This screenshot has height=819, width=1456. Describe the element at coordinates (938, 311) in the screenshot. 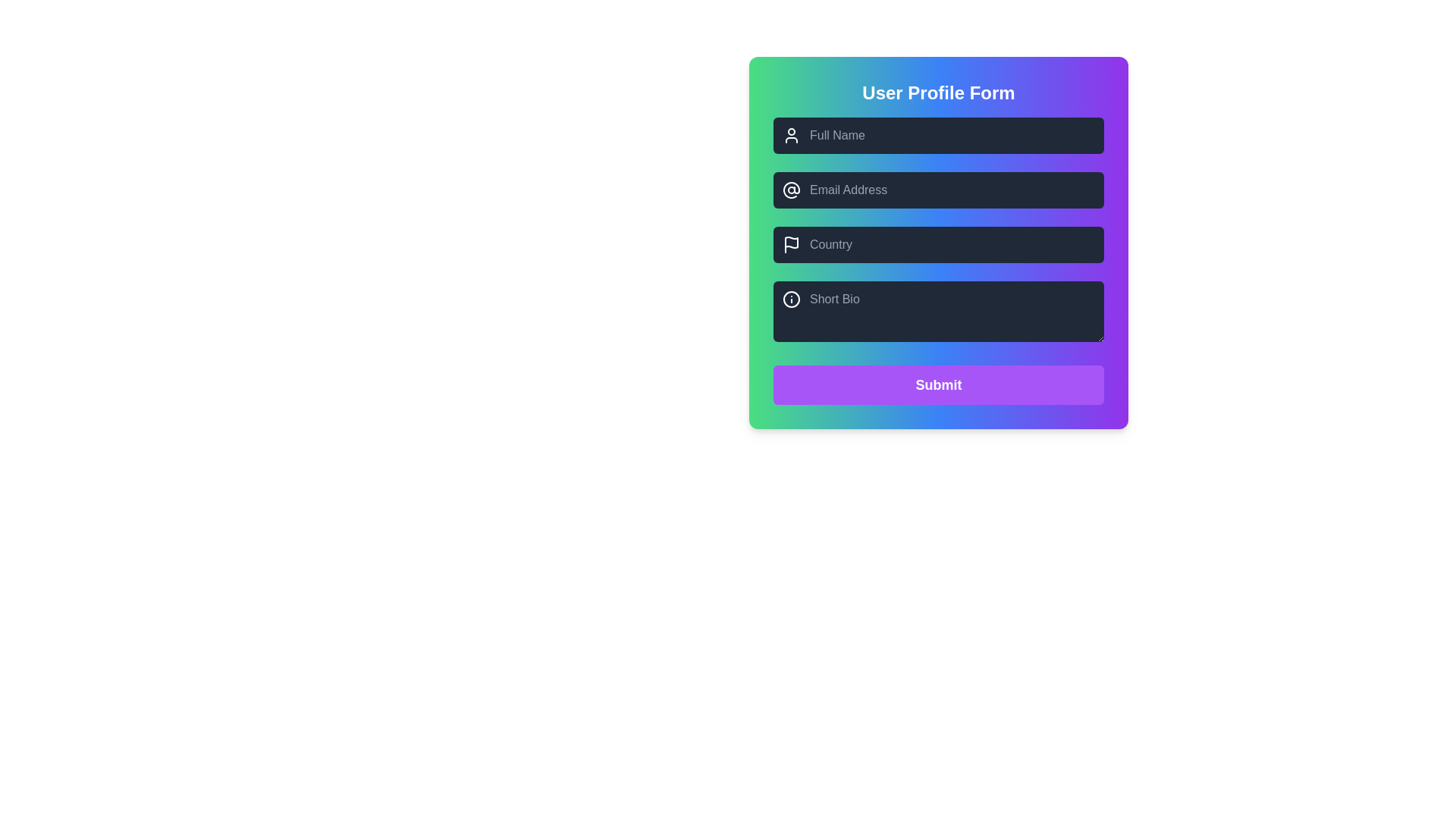

I see `and copy text from the multiline text input field located in the 'User Profile Form', which is the fourth input field positioned below 'Country' and above the submit button` at that location.